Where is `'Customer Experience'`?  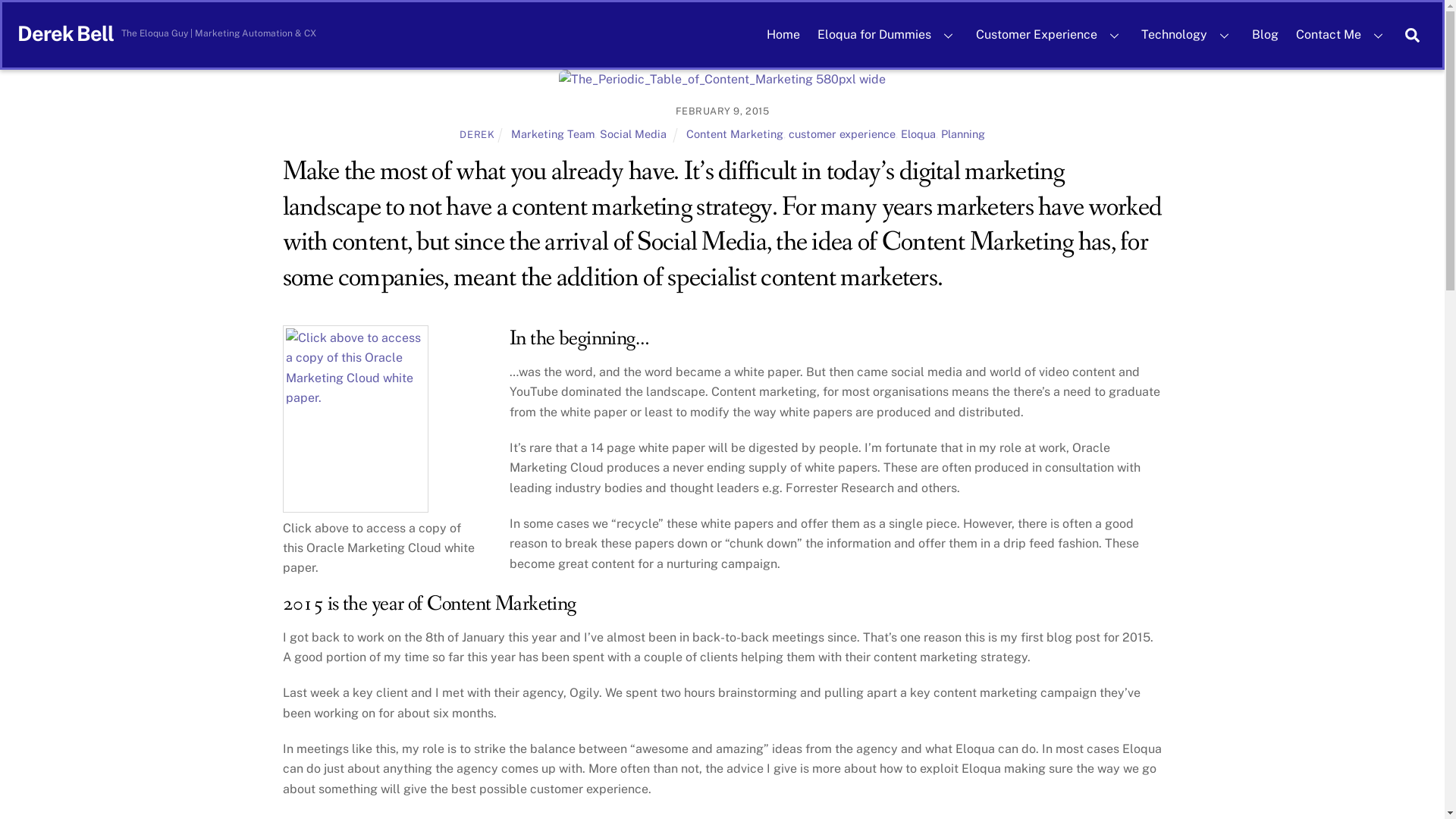
'Customer Experience' is located at coordinates (1049, 34).